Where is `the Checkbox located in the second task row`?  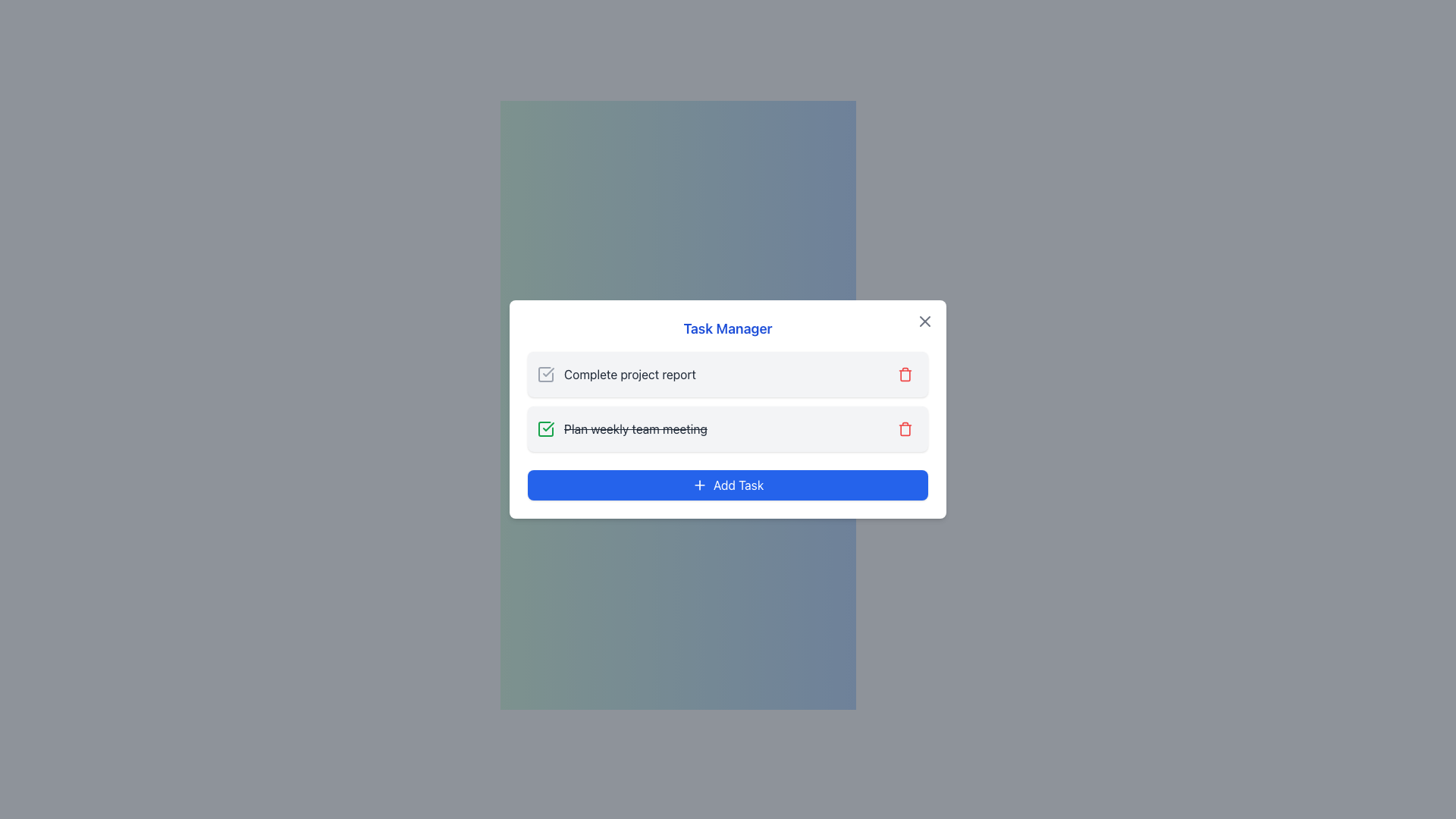
the Checkbox located in the second task row is located at coordinates (546, 429).